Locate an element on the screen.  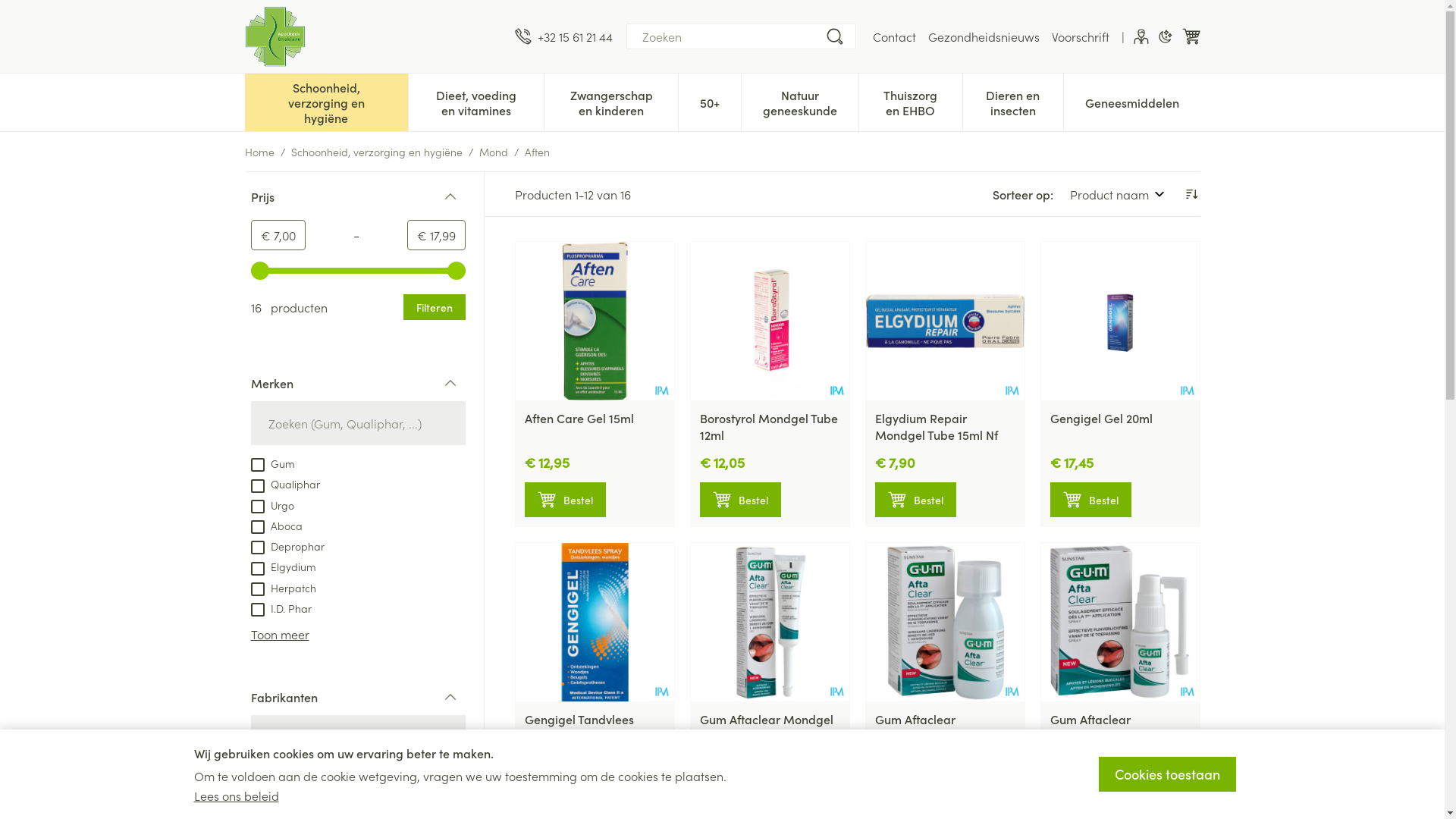
'Sunstar Benelux BV.' is located at coordinates (307, 776).